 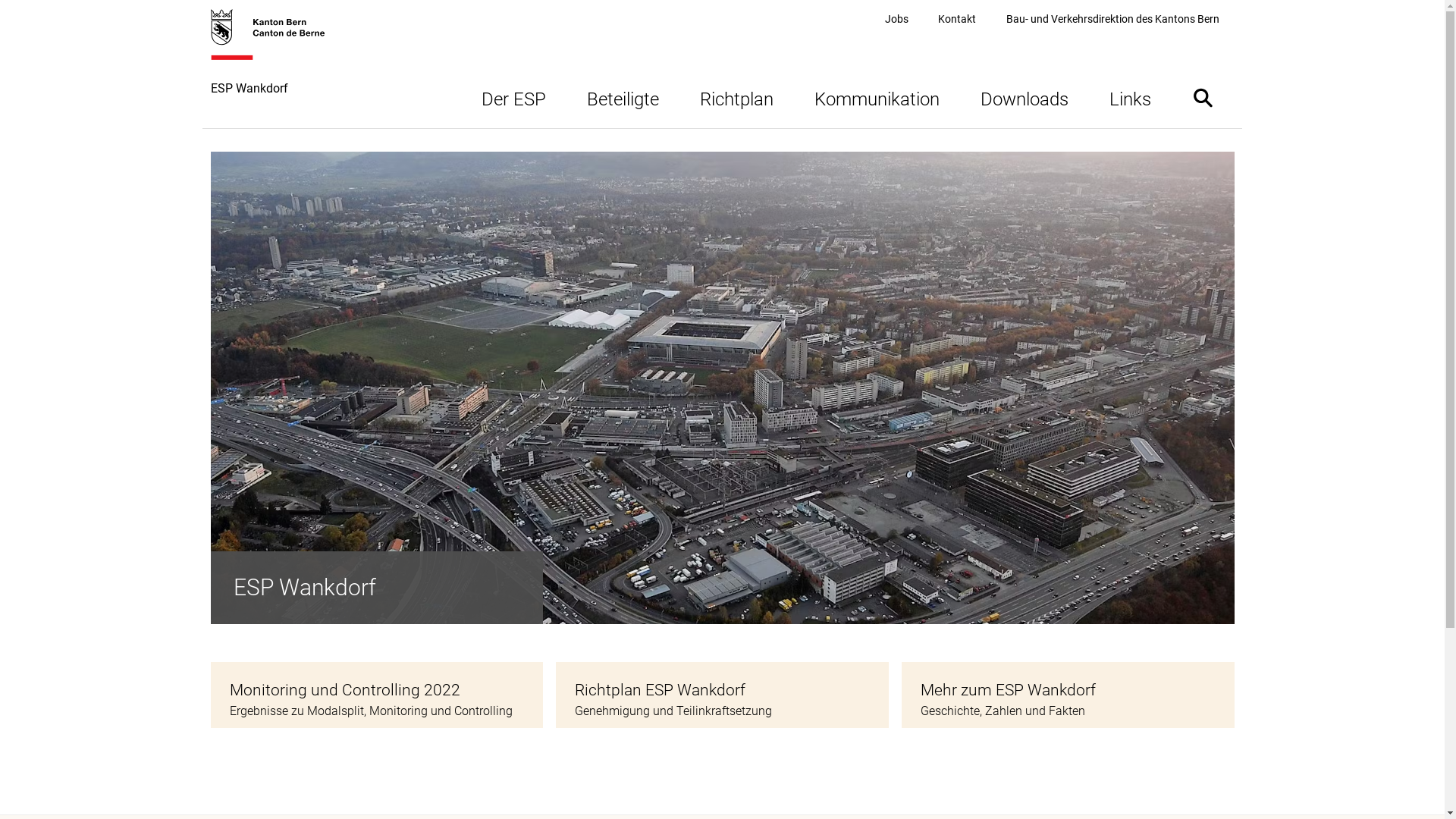 I want to click on 'Bau- und Verkehrsdirektion des Kantons Bern', so click(x=1006, y=19).